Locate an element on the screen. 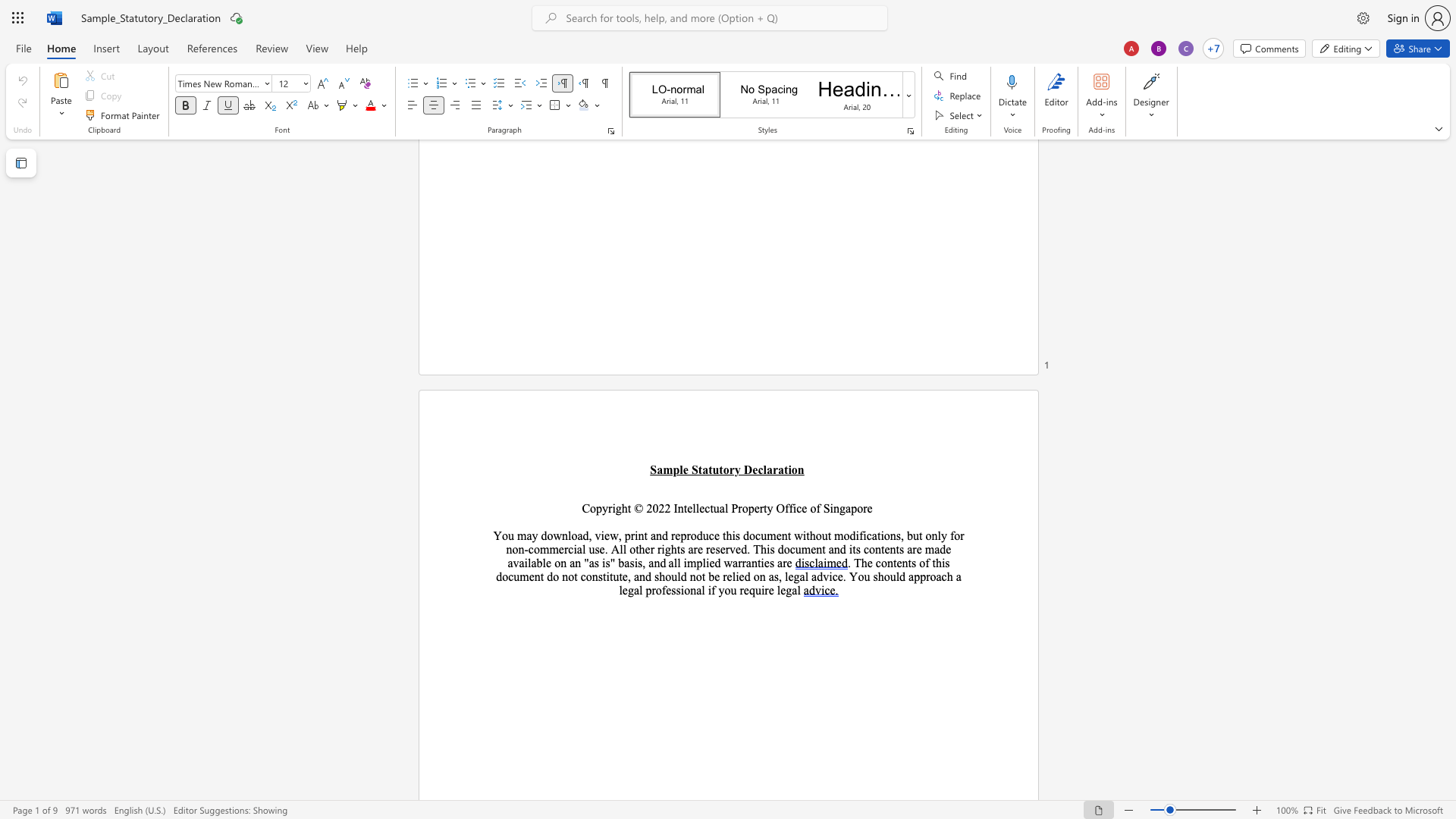  the space between the continuous character "c" and "e" in the text is located at coordinates (801, 508).